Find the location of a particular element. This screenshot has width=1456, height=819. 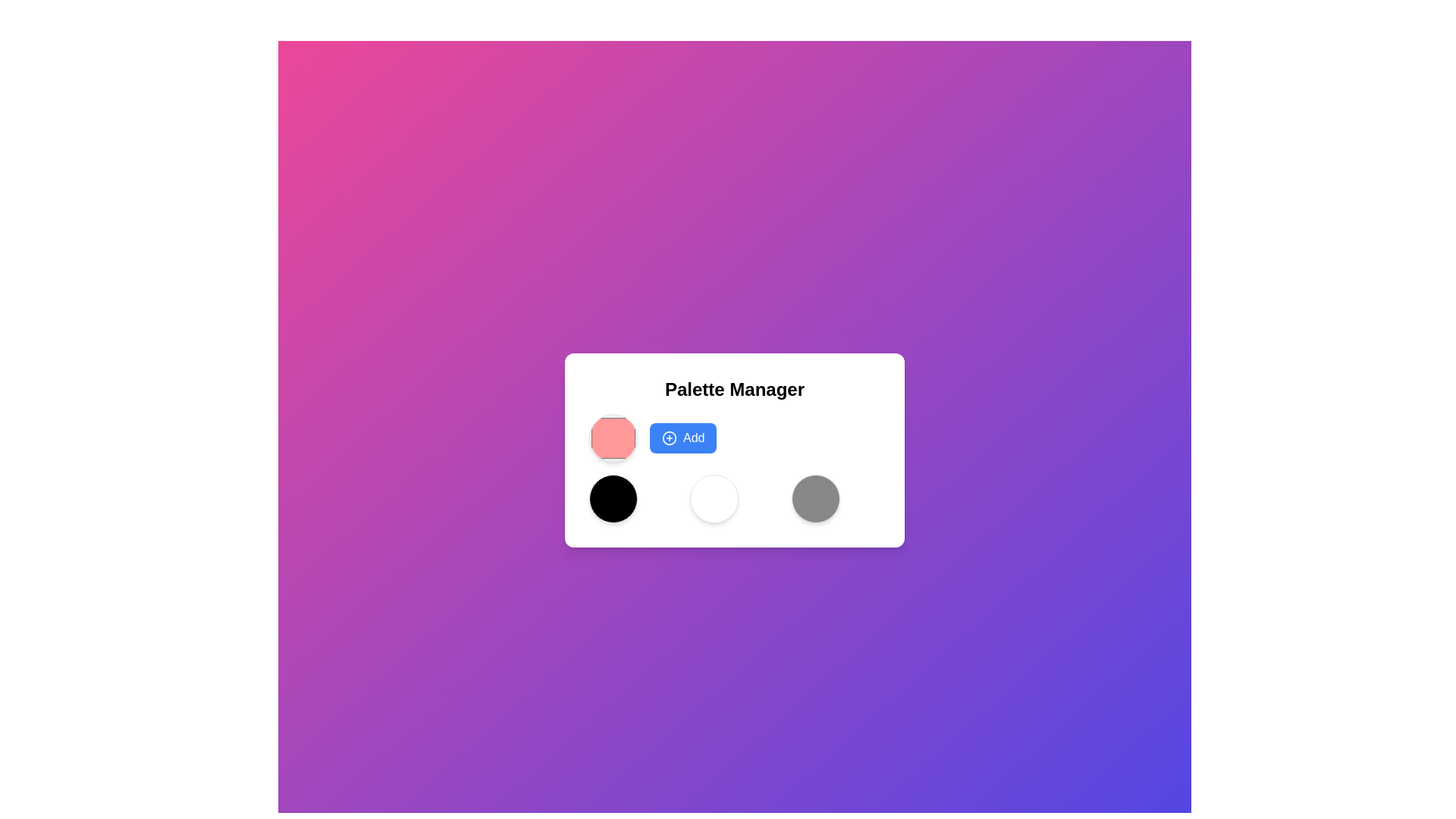

the prominent blue 'Add' button with white text and a plus icon is located at coordinates (682, 438).